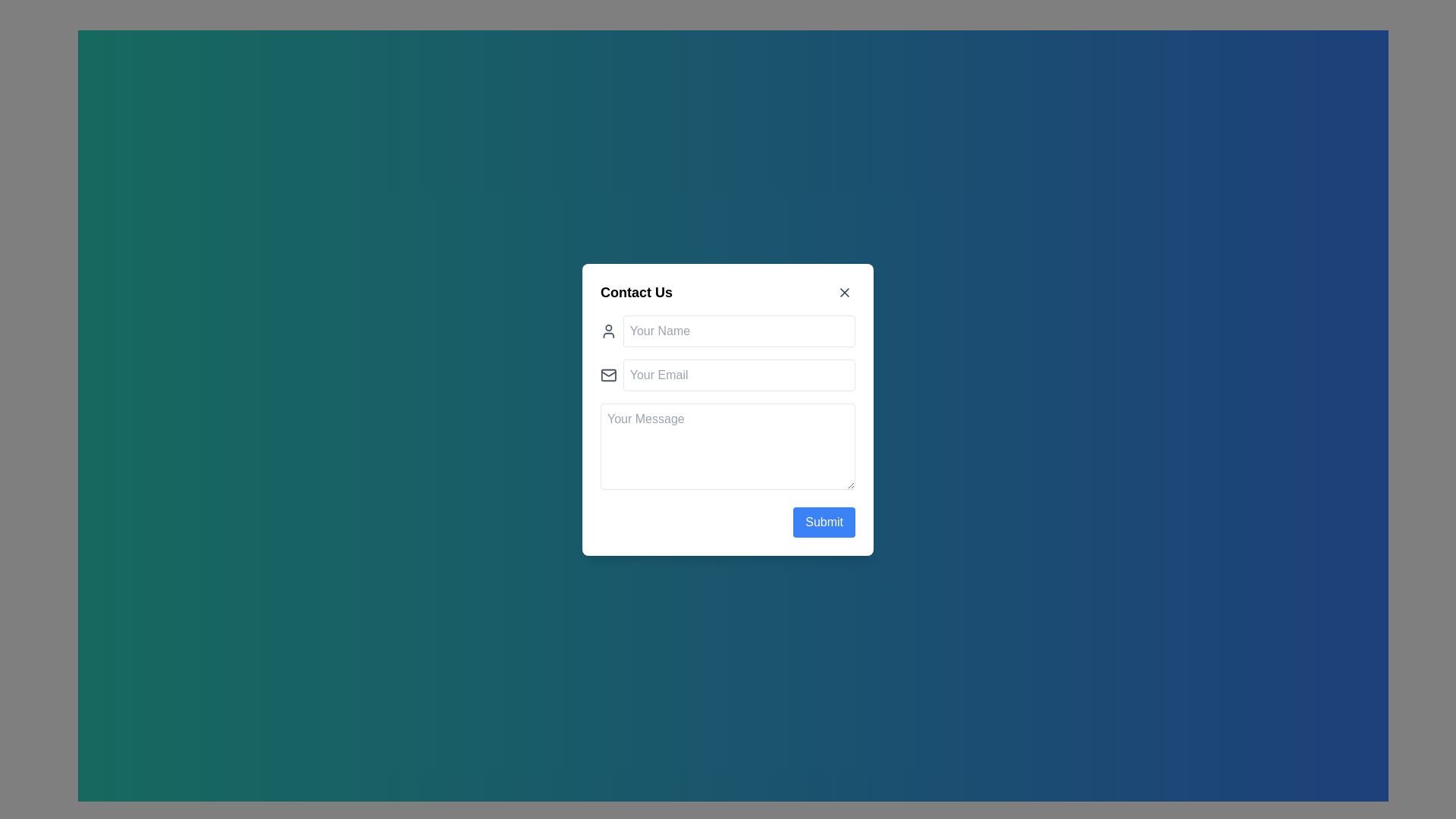 Image resolution: width=1456 pixels, height=819 pixels. I want to click on the text area for input within the contact form layout located centrally in the modal dialog box beneath the 'Contact Us' header, so click(728, 403).